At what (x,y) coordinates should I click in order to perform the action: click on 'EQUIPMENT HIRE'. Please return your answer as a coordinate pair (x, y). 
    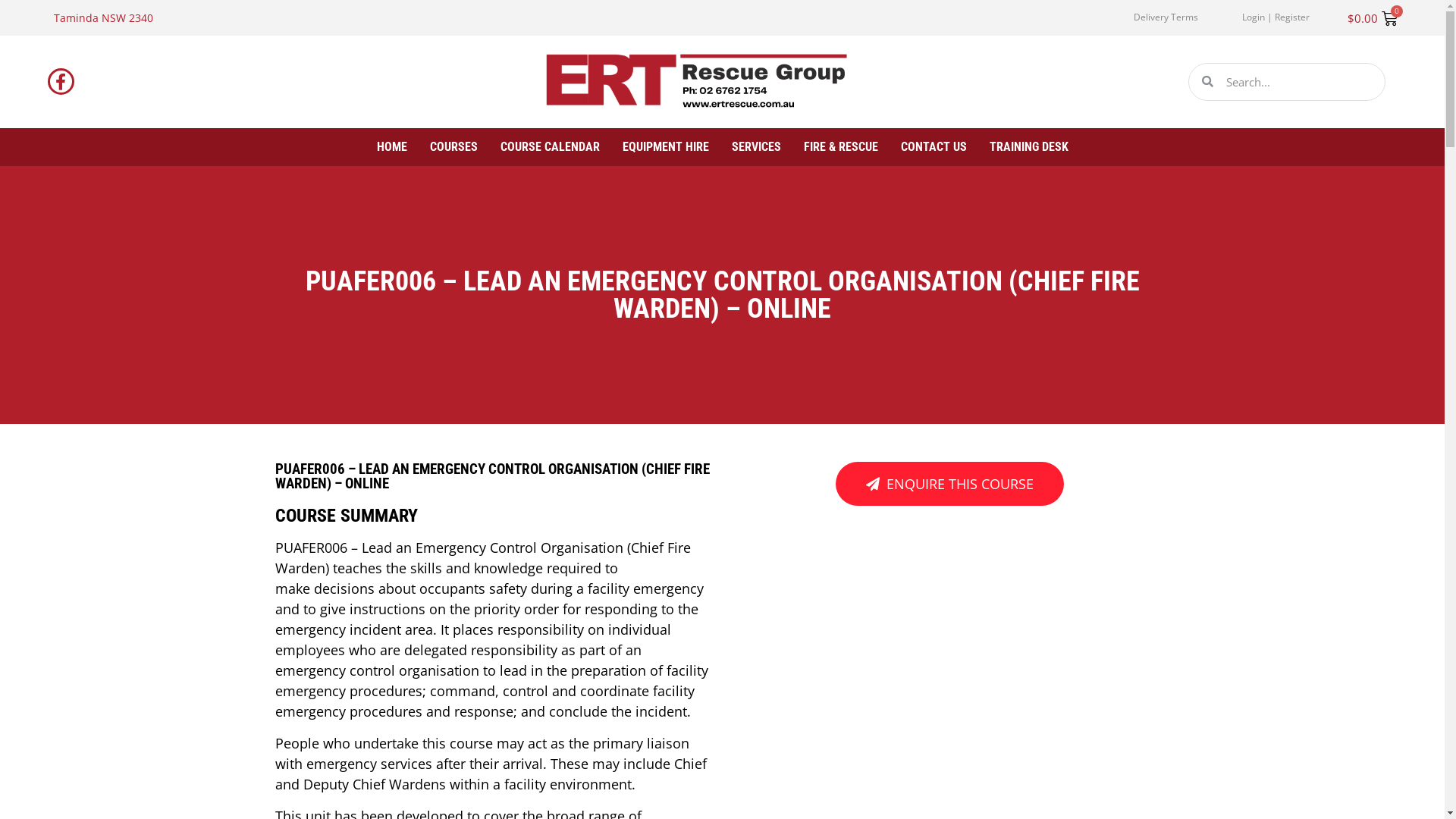
    Looking at the image, I should click on (622, 146).